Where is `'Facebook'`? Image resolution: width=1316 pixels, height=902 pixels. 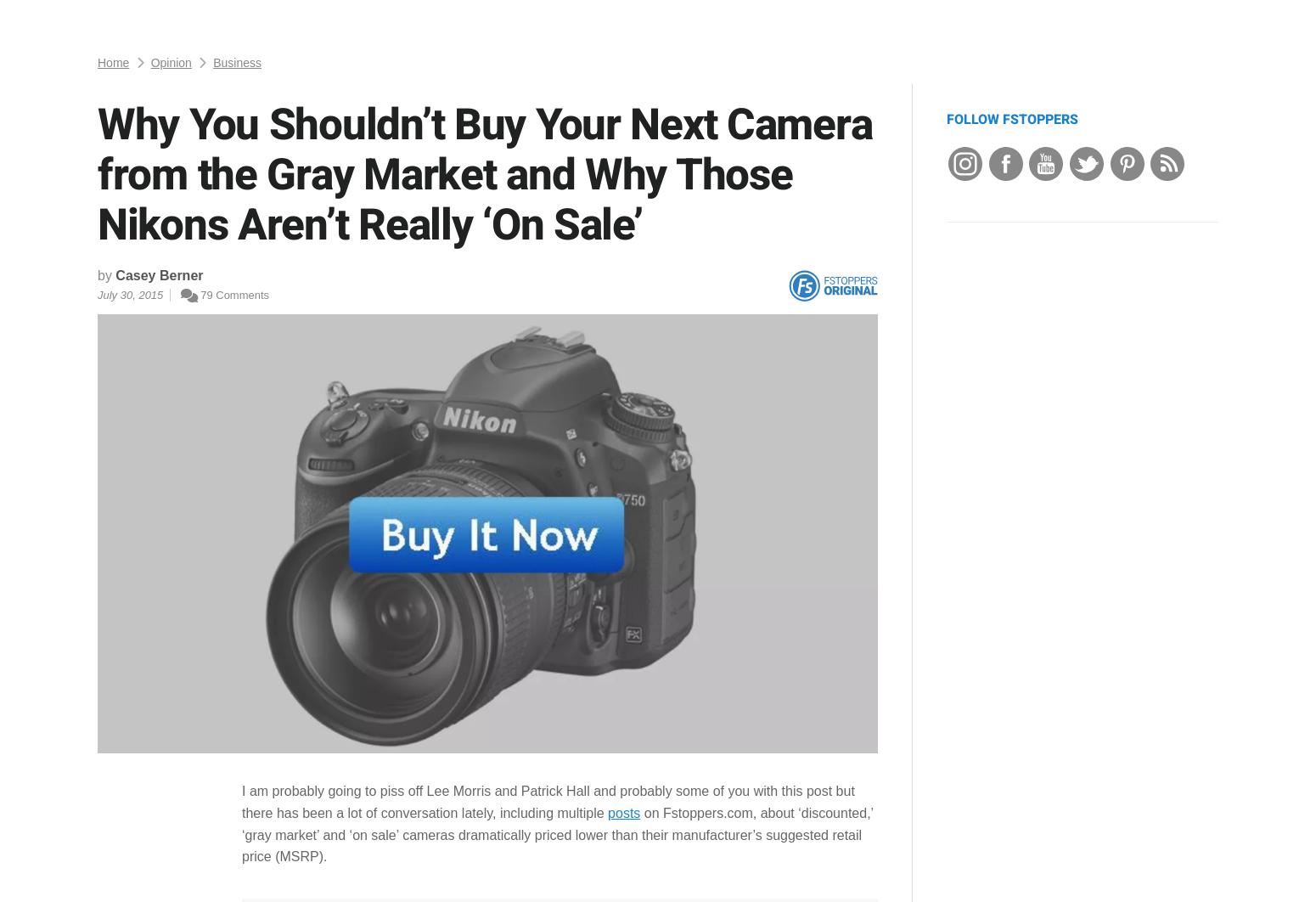
'Facebook' is located at coordinates (155, 85).